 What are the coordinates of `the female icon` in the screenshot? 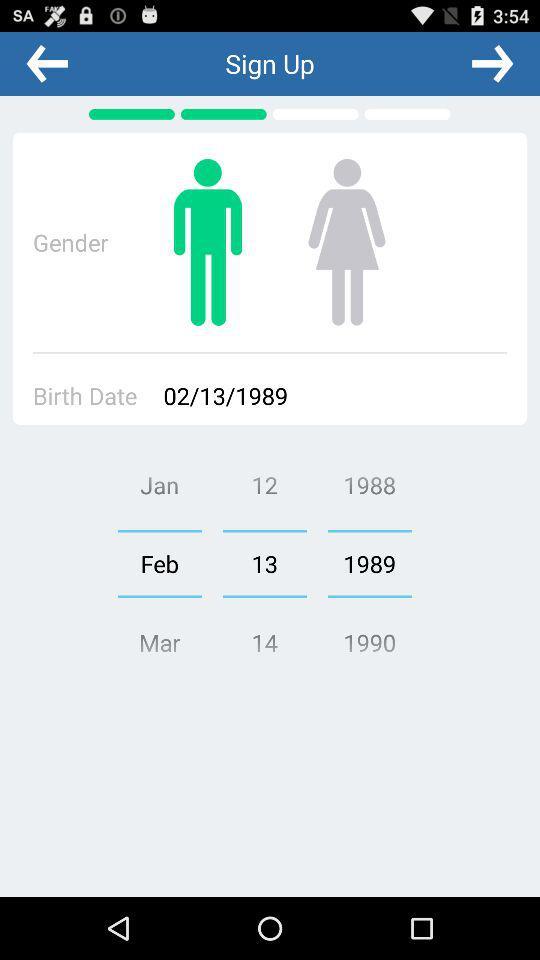 It's located at (346, 241).